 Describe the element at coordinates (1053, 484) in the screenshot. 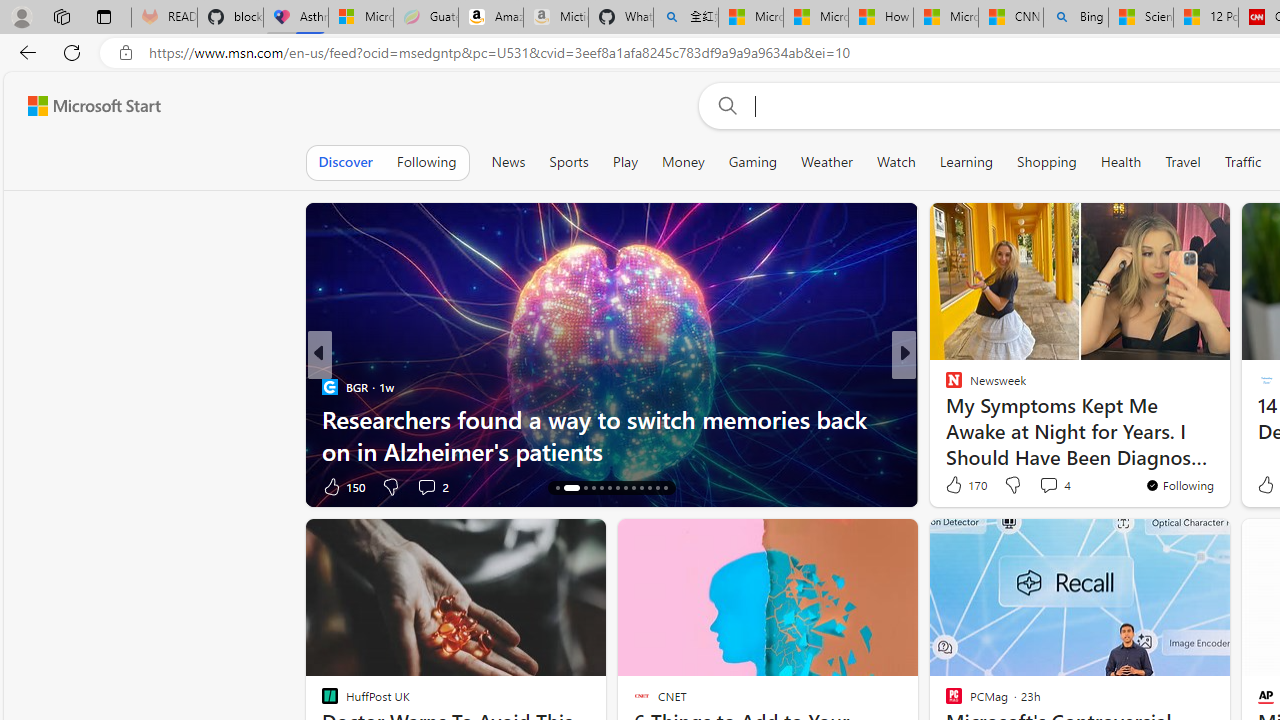

I see `'View comments 4 Comment'` at that location.